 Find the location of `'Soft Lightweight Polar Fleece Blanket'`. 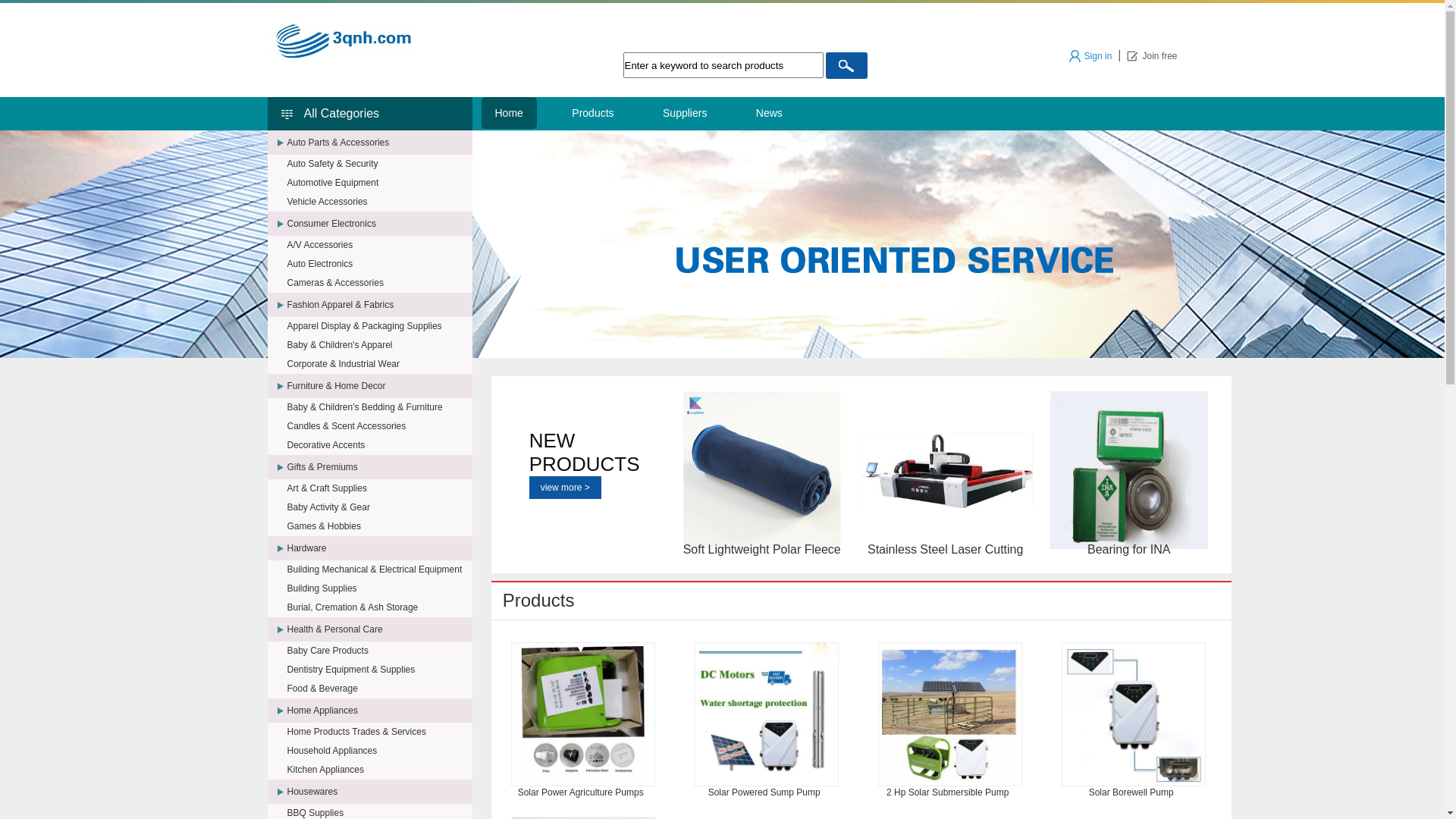

'Soft Lightweight Polar Fleece Blanket' is located at coordinates (761, 469).